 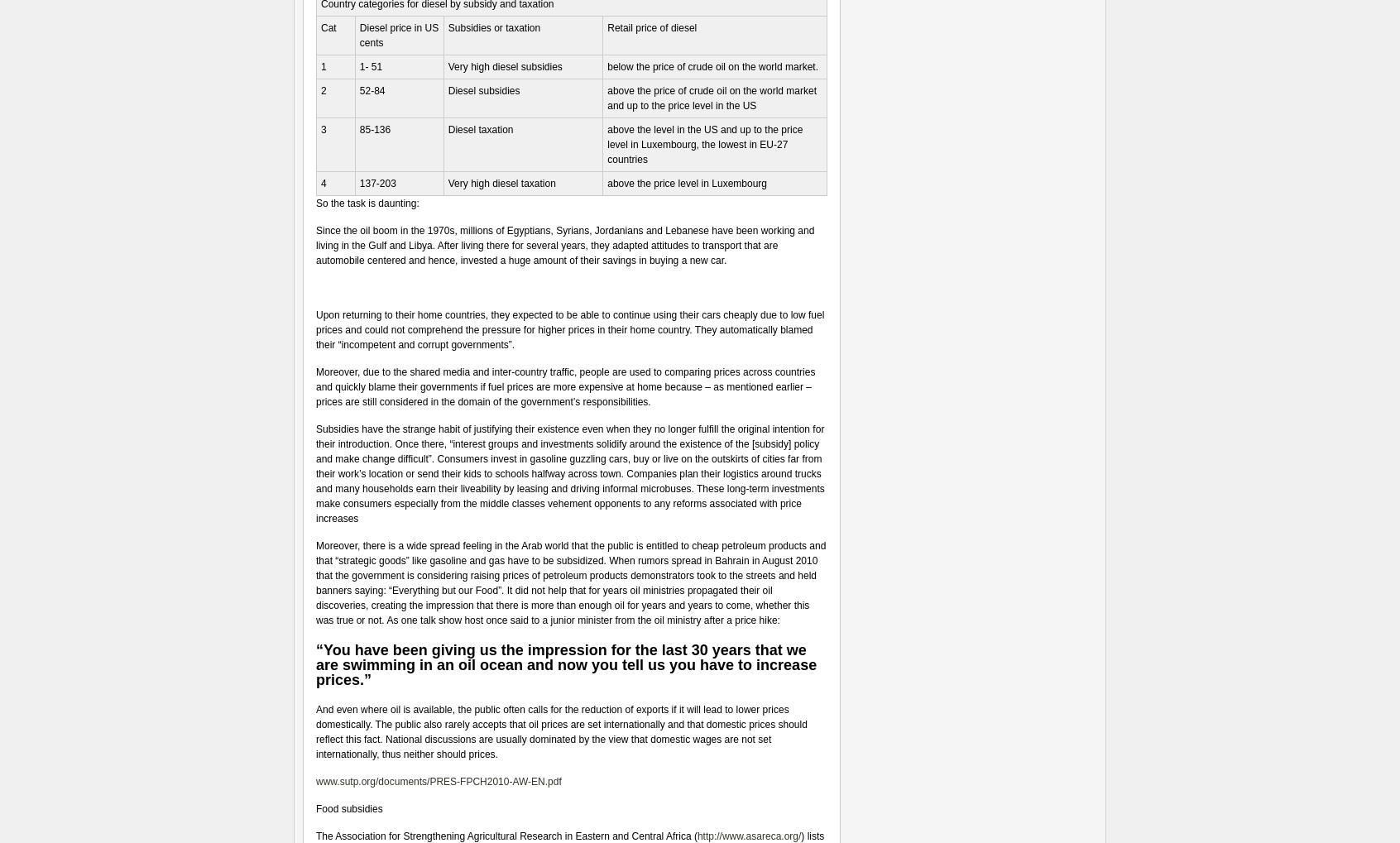 I want to click on 'Very high diesel subsidies', so click(x=503, y=67).